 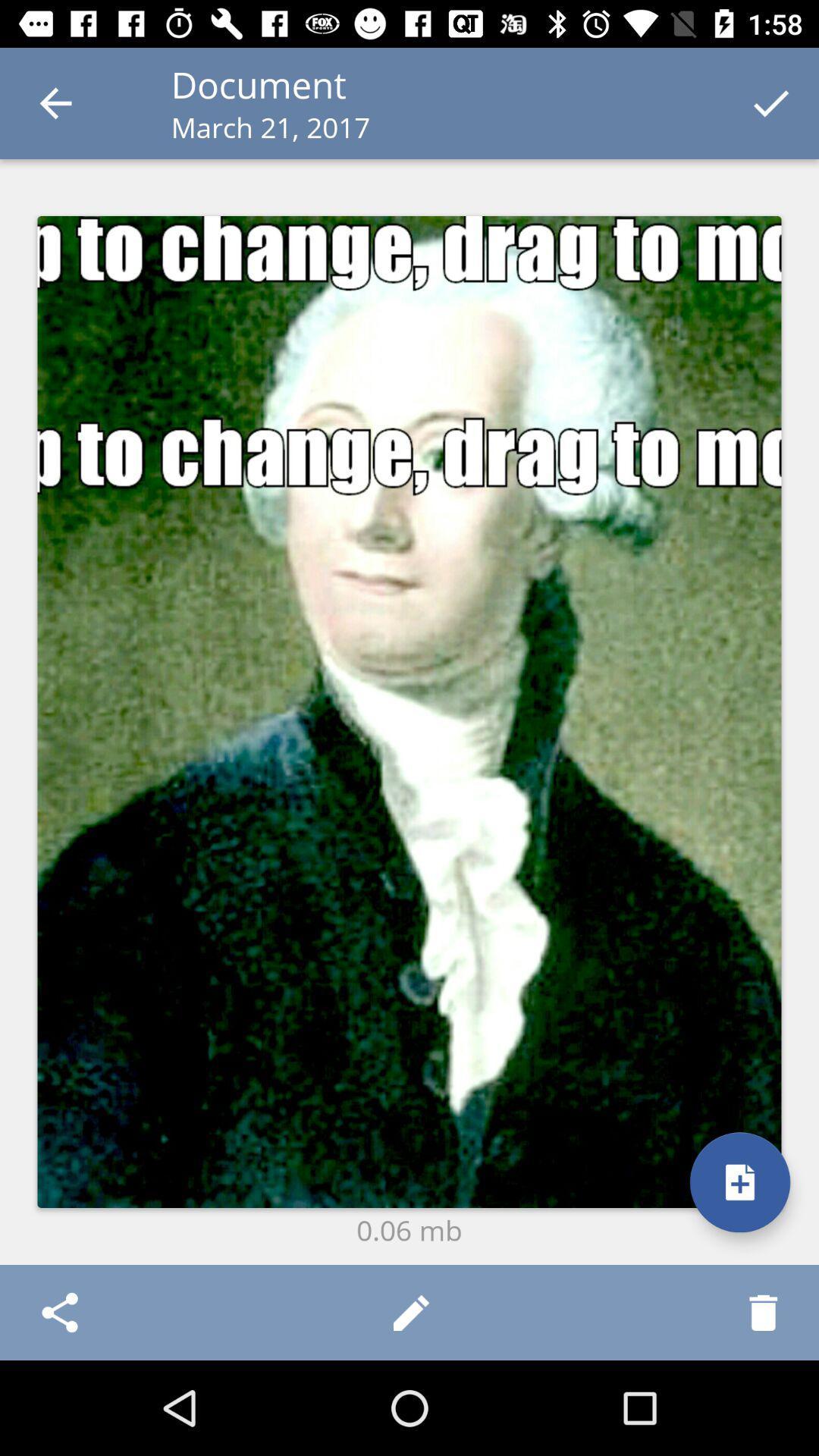 I want to click on the share icon, so click(x=58, y=1312).